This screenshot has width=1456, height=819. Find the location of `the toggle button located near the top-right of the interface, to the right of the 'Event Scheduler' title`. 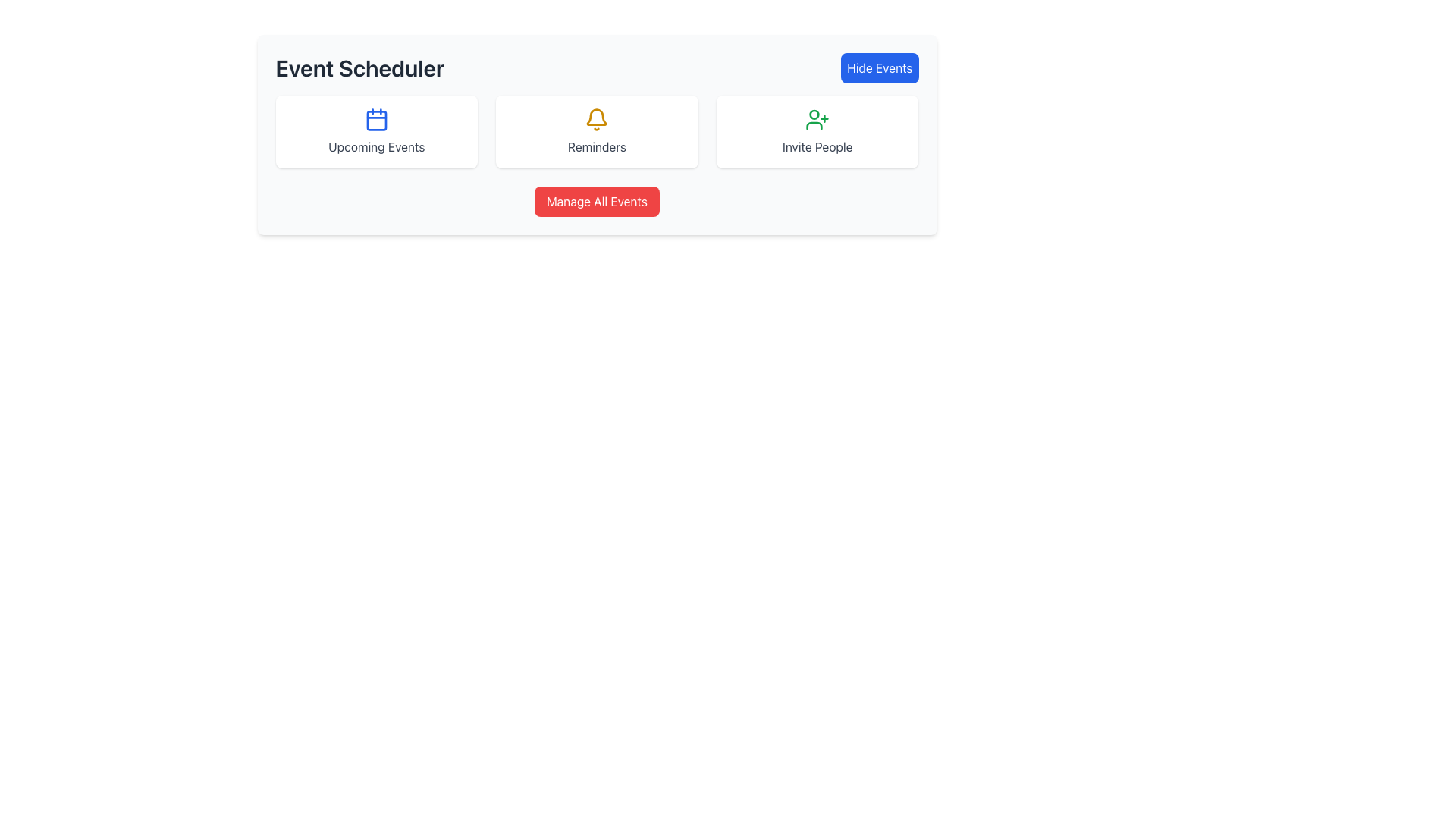

the toggle button located near the top-right of the interface, to the right of the 'Event Scheduler' title is located at coordinates (880, 67).